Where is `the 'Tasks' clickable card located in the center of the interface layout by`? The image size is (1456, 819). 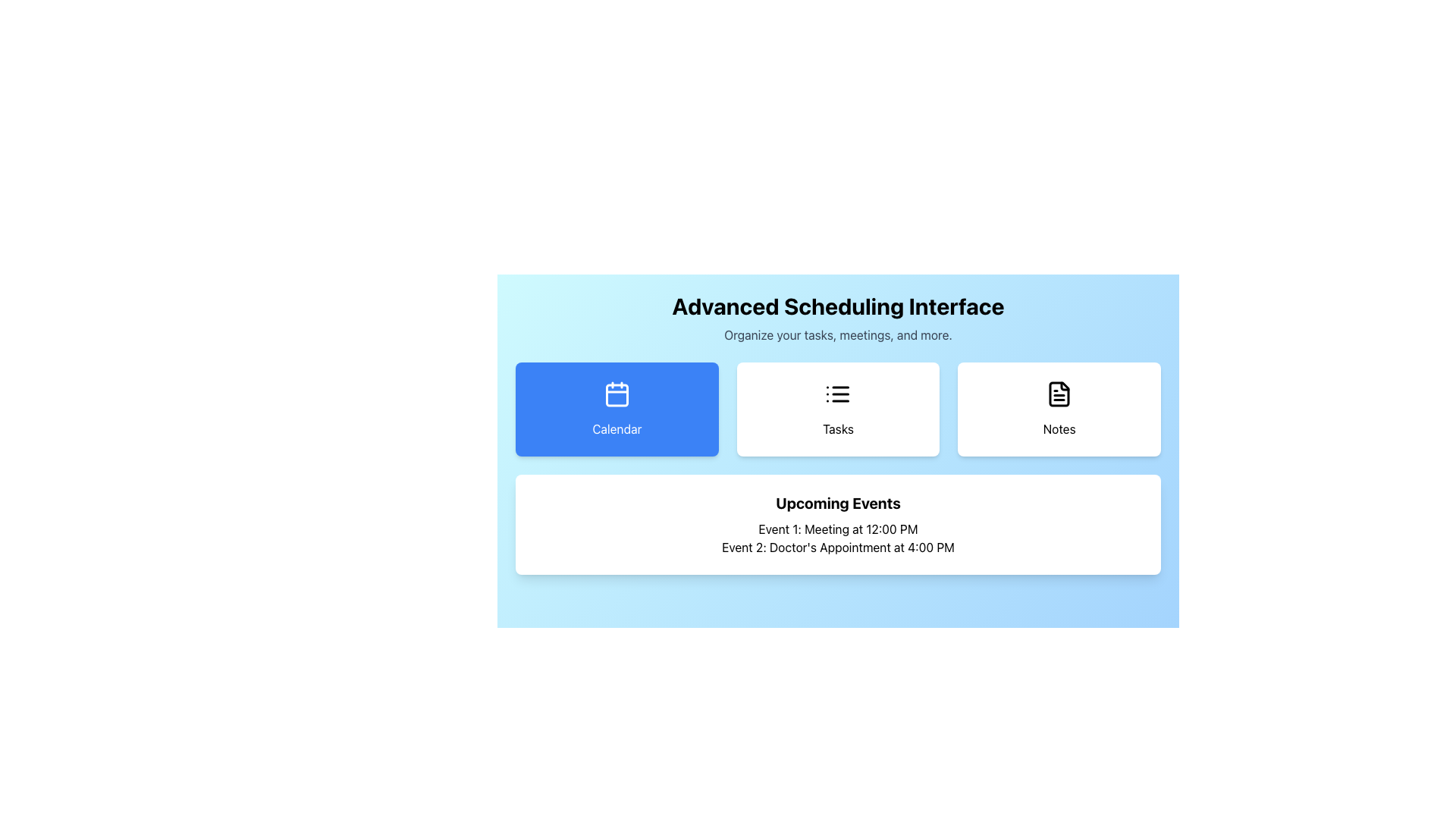
the 'Tasks' clickable card located in the center of the interface layout by is located at coordinates (837, 409).